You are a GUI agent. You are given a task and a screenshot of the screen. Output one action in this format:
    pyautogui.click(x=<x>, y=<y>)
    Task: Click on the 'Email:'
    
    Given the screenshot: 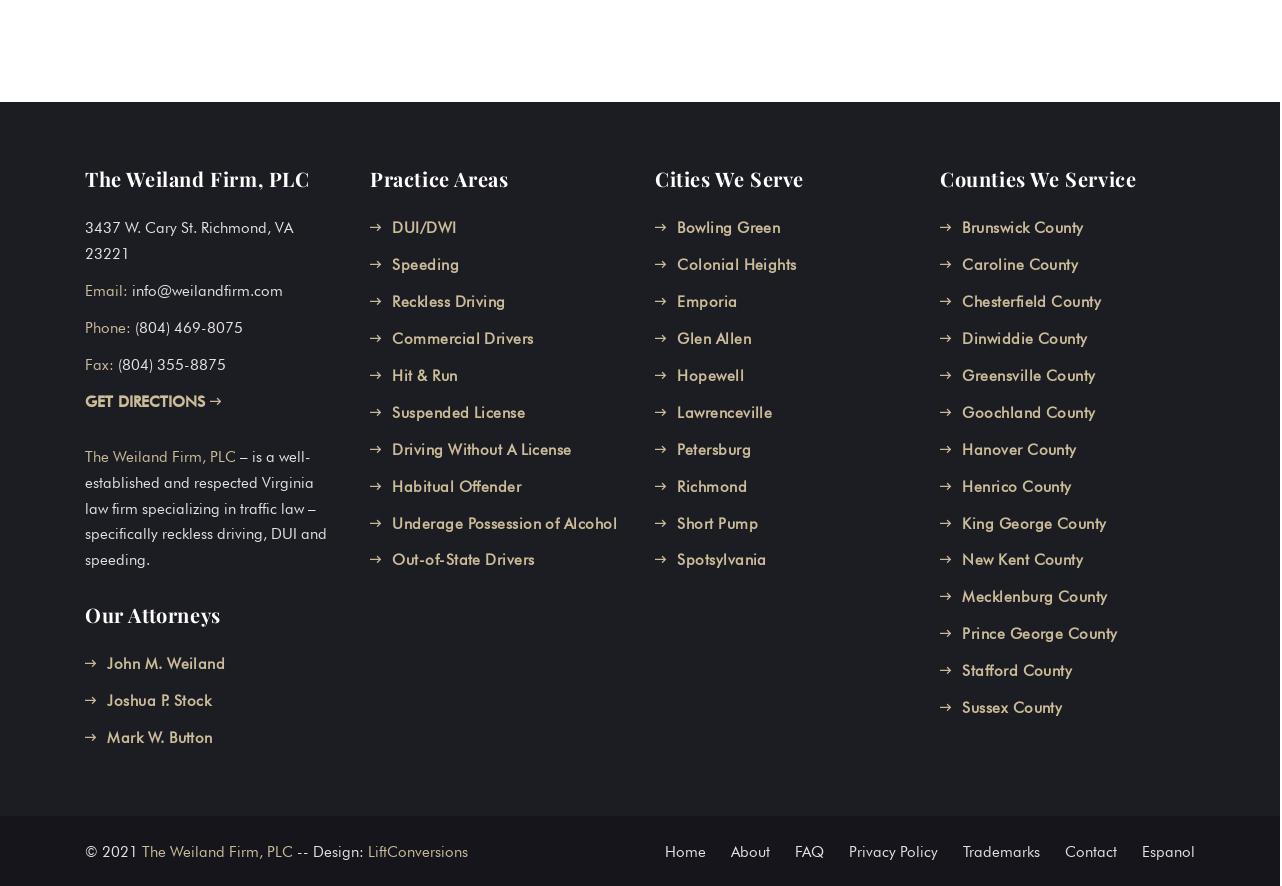 What is the action you would take?
    pyautogui.click(x=107, y=289)
    